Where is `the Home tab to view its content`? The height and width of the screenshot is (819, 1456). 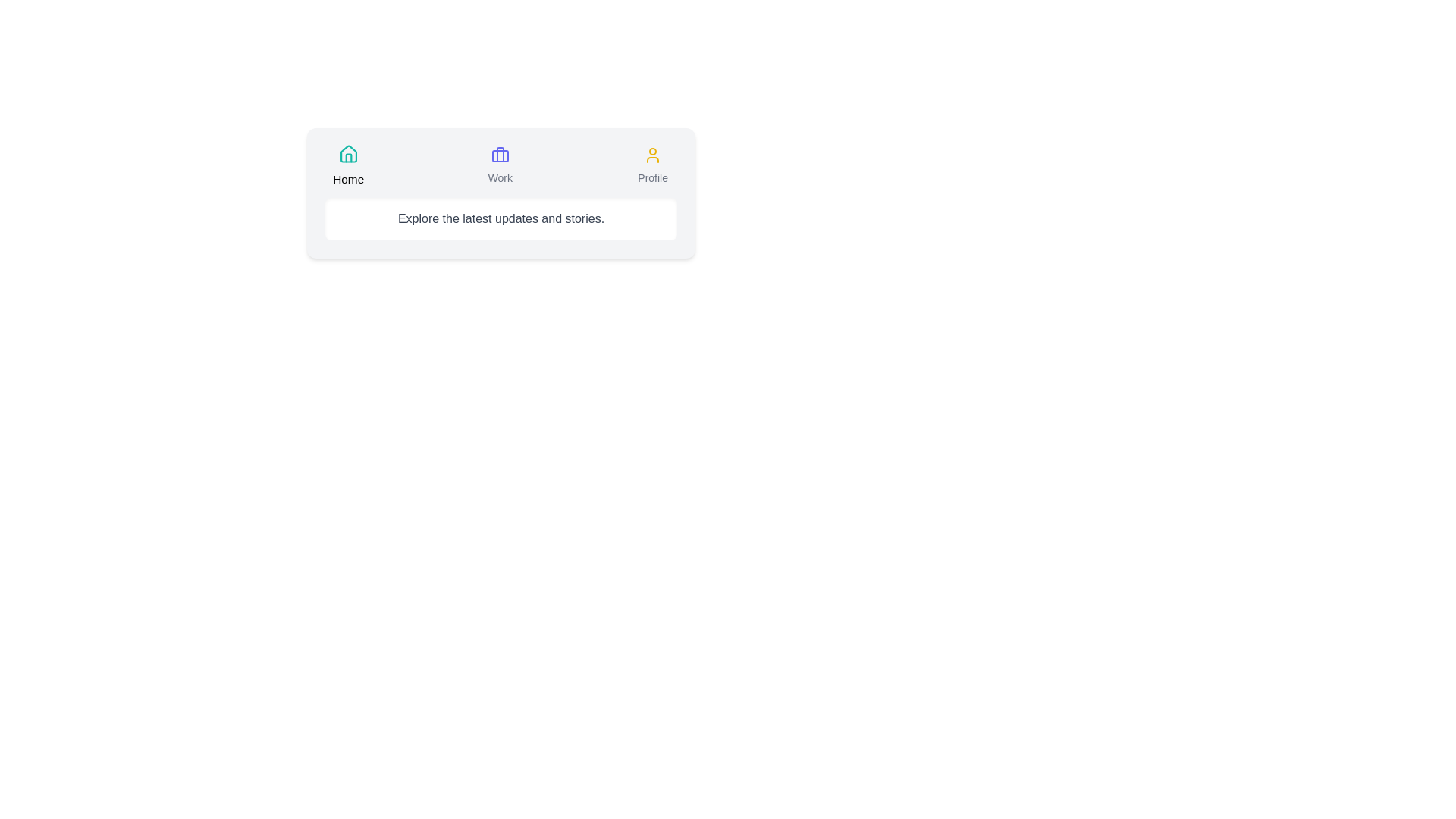
the Home tab to view its content is located at coordinates (347, 166).